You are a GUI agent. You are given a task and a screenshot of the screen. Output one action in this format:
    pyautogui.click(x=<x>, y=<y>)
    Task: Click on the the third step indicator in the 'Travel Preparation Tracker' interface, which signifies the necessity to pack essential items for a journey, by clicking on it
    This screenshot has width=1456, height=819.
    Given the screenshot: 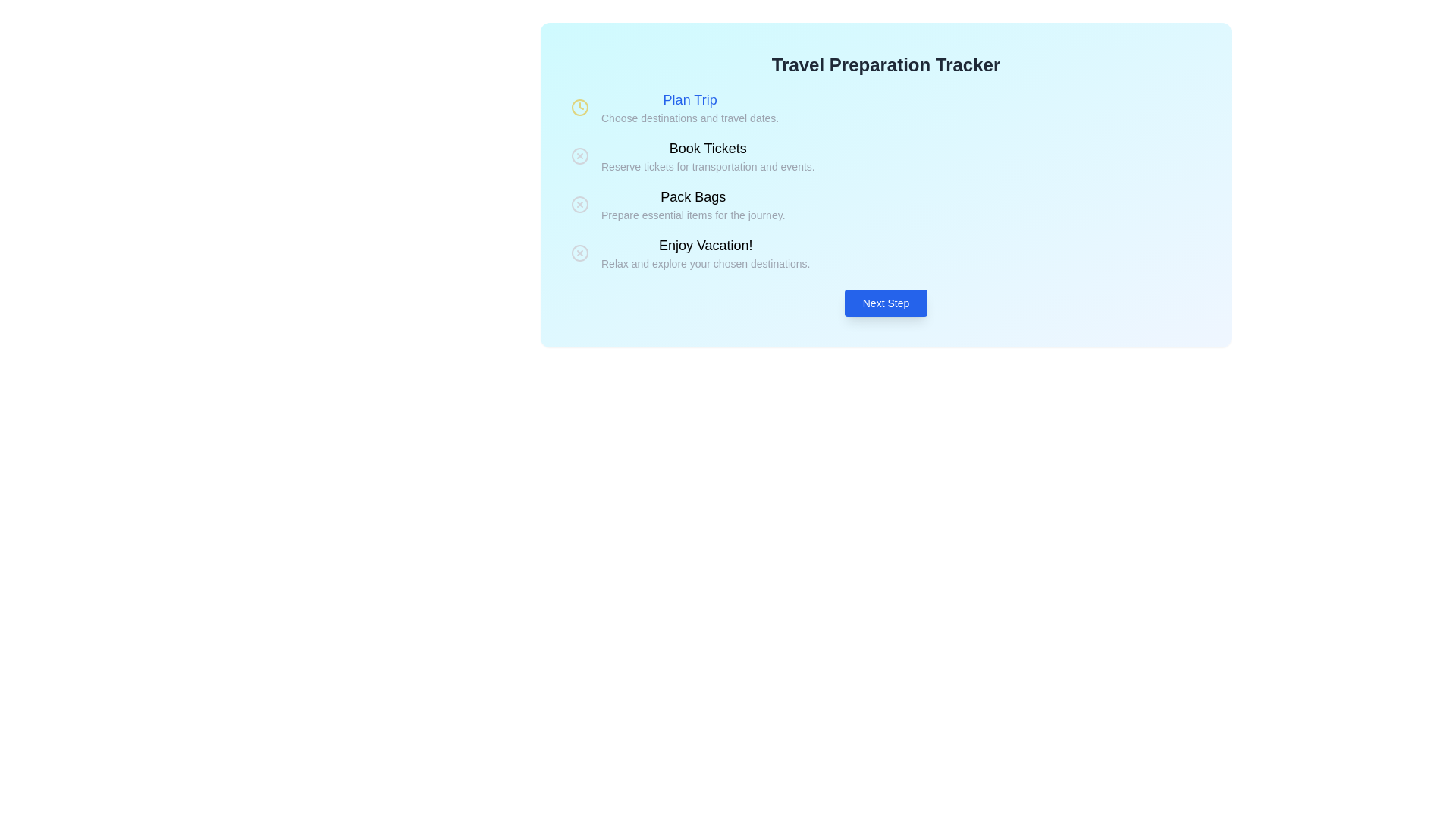 What is the action you would take?
    pyautogui.click(x=886, y=205)
    